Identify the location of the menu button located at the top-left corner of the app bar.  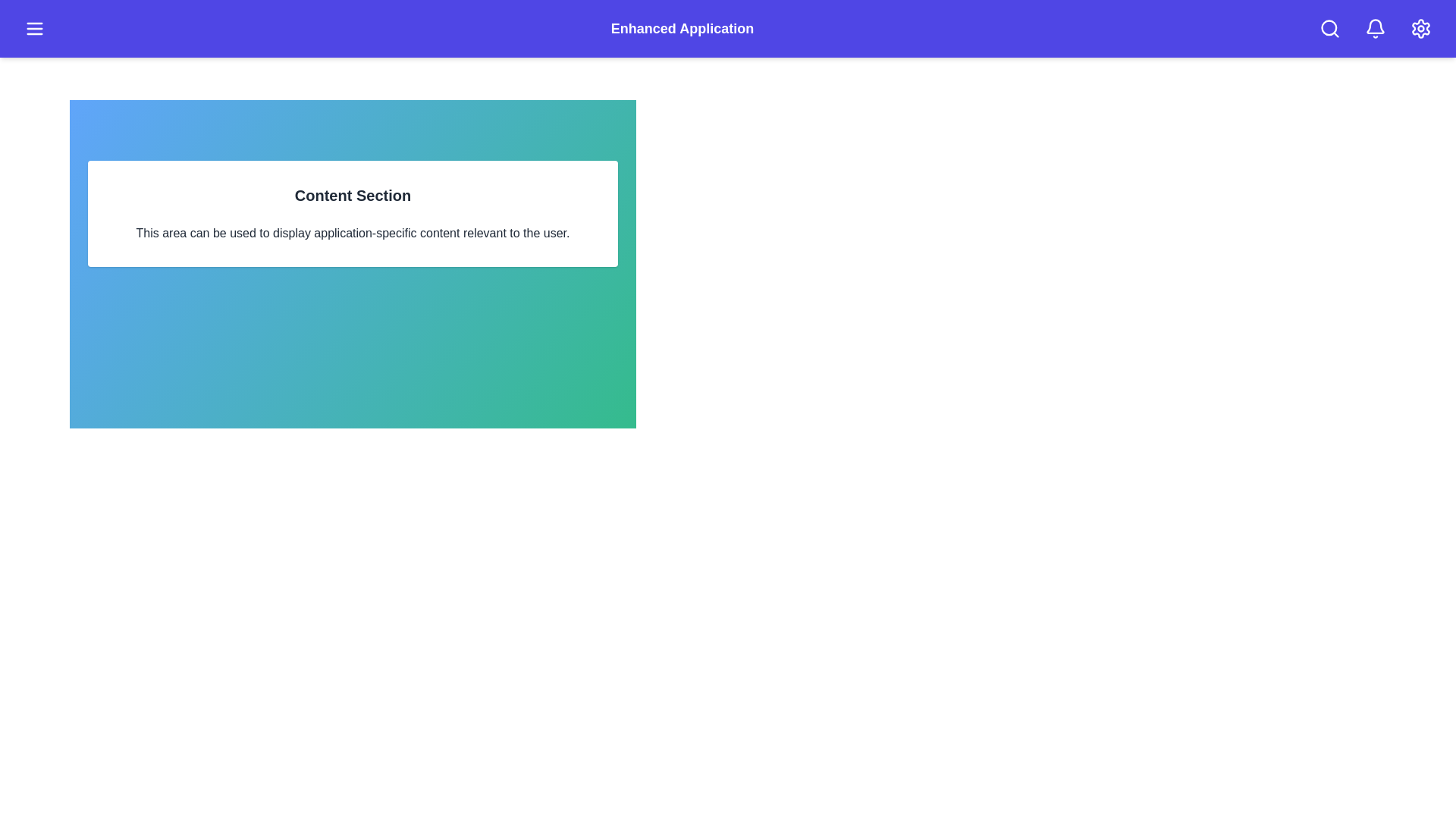
(35, 29).